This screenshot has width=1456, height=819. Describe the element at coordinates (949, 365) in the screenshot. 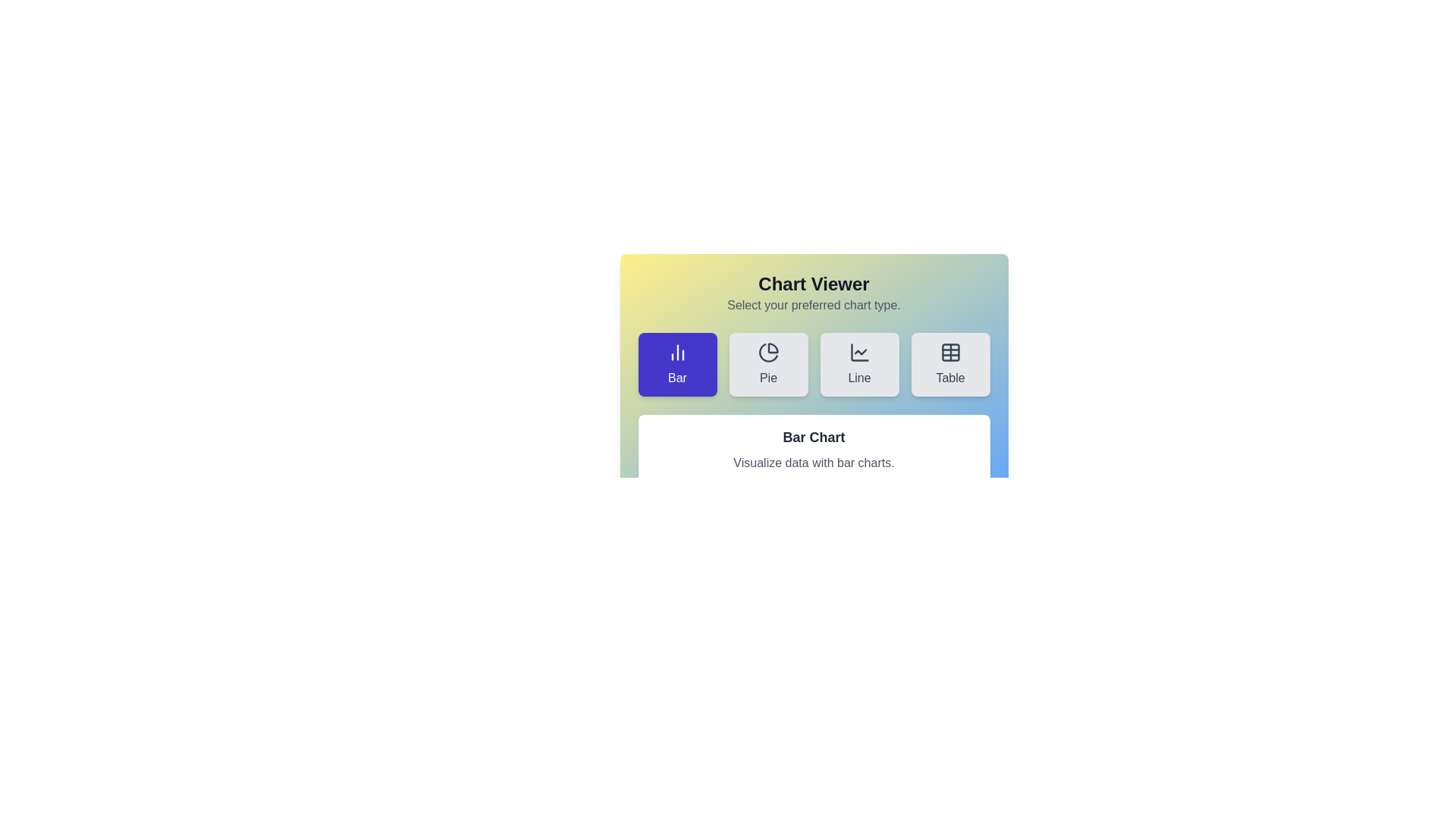

I see `the 'Table' button, which is a rectangular button with a soft gray background and rounded corners, featuring a table grid icon and the text 'Table' beneath it, positioned as the rightmost button in a horizontal row` at that location.